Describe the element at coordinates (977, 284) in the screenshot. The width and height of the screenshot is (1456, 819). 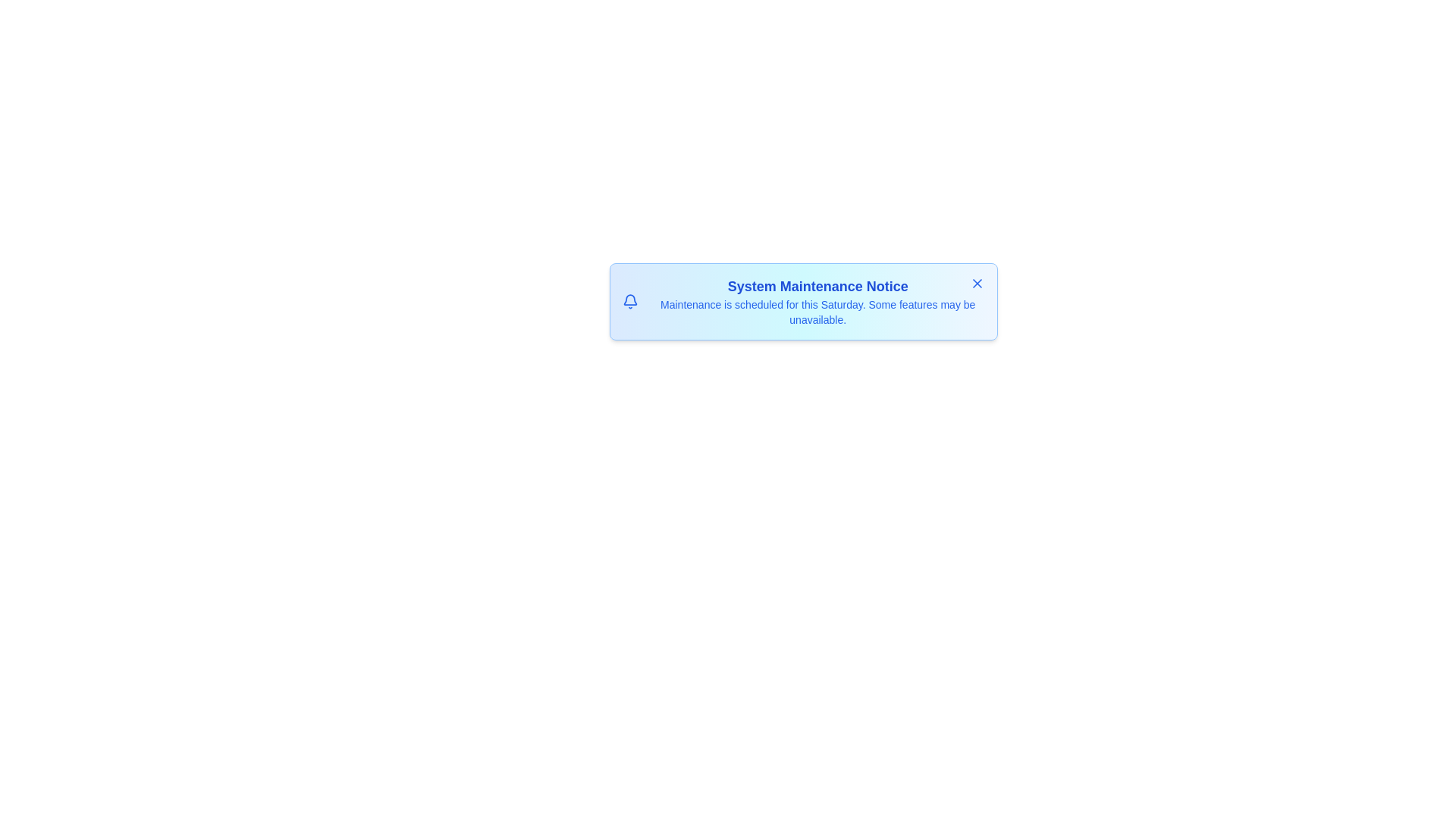
I see `the close button to dismiss the alert` at that location.